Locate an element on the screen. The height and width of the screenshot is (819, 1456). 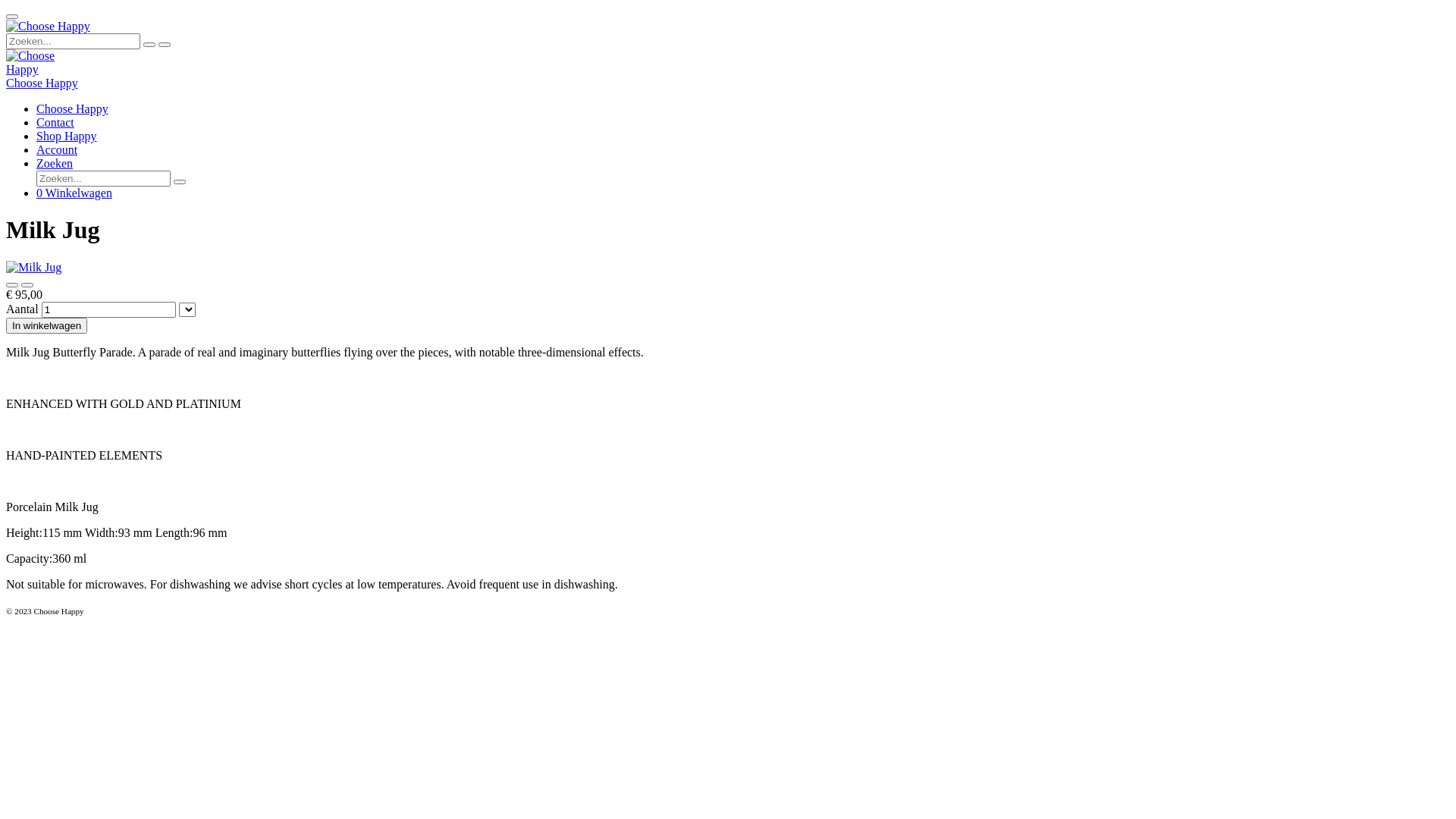
'Contact' is located at coordinates (55, 121).